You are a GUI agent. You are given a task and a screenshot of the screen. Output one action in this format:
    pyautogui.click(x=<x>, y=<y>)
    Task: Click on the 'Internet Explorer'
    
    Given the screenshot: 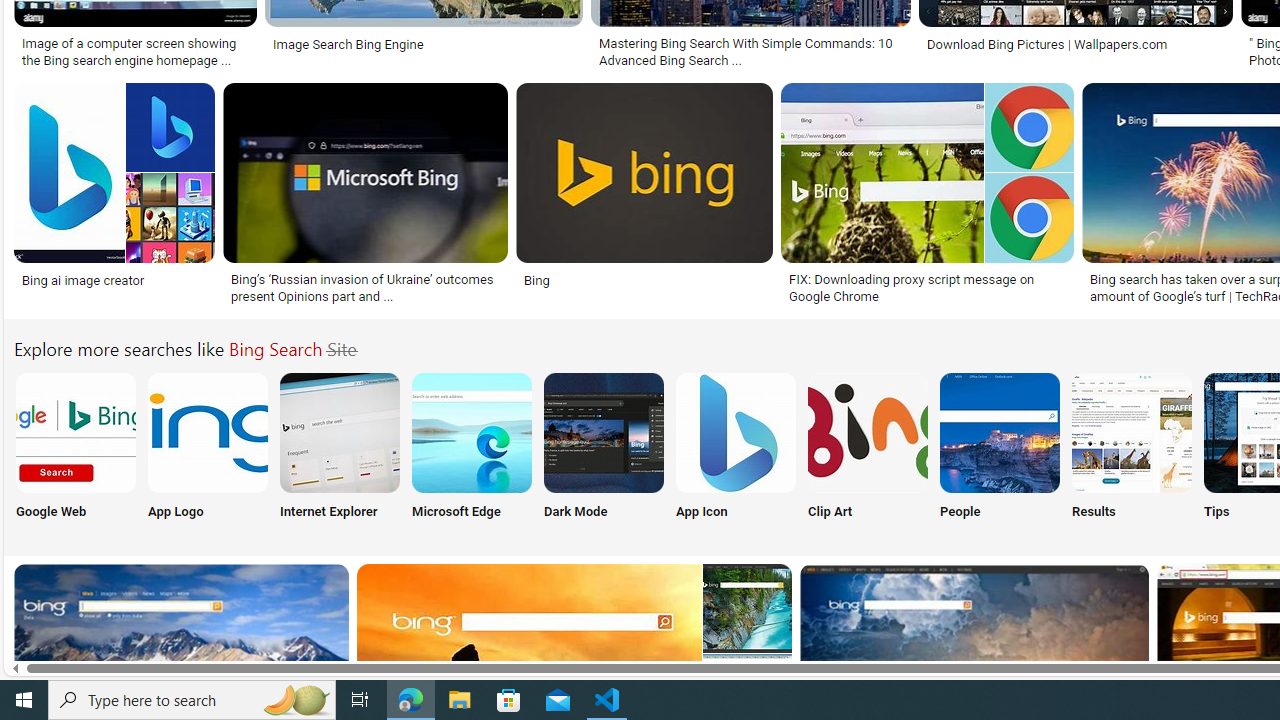 What is the action you would take?
    pyautogui.click(x=339, y=450)
    